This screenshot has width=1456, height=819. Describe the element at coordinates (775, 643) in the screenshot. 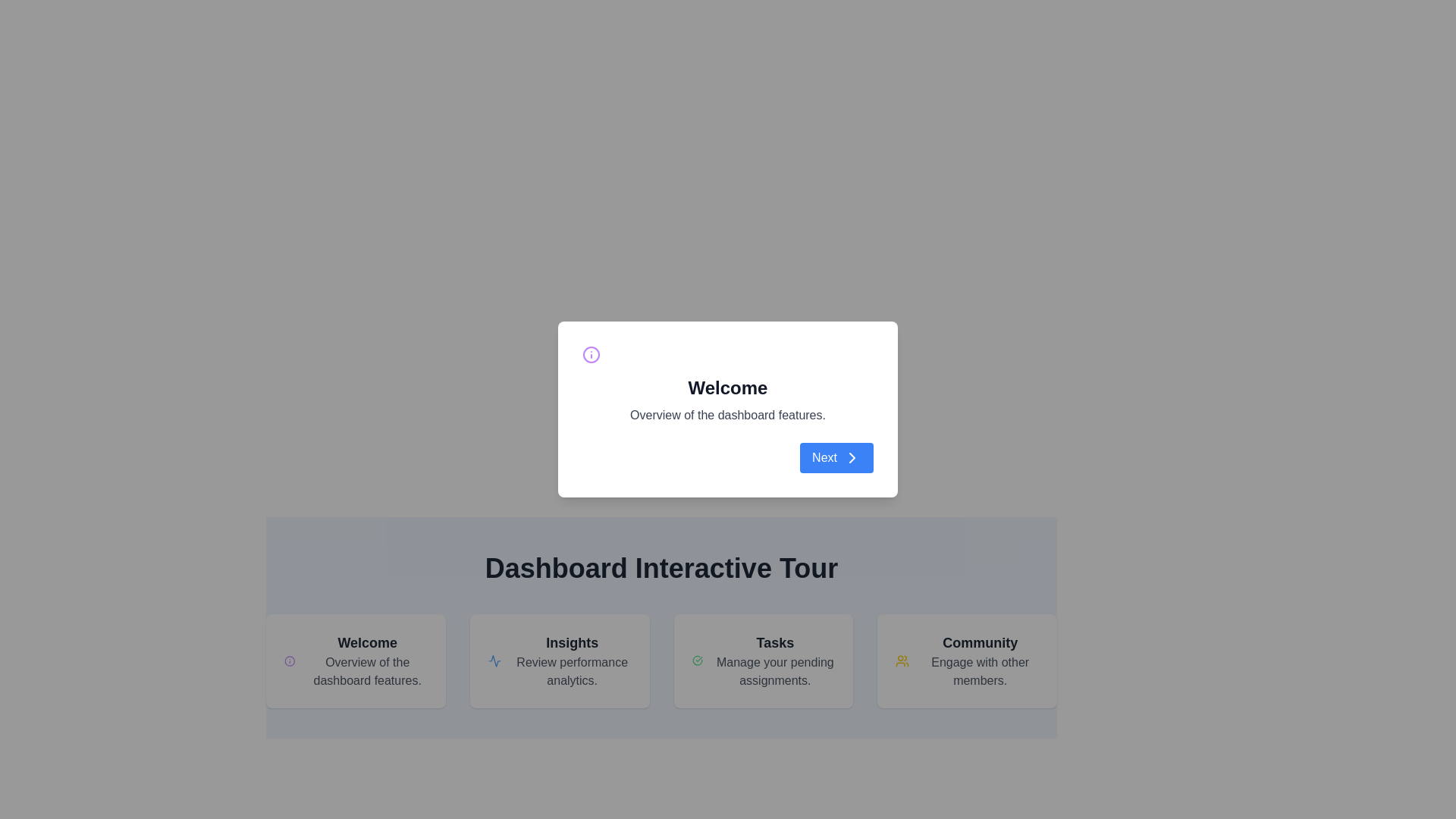

I see `the 'Tasks' label, which is styled in bold and larger font, located within the second box of the 'Dashboard Interactive Tour' section, above the text 'Manage your pending assignments.'` at that location.